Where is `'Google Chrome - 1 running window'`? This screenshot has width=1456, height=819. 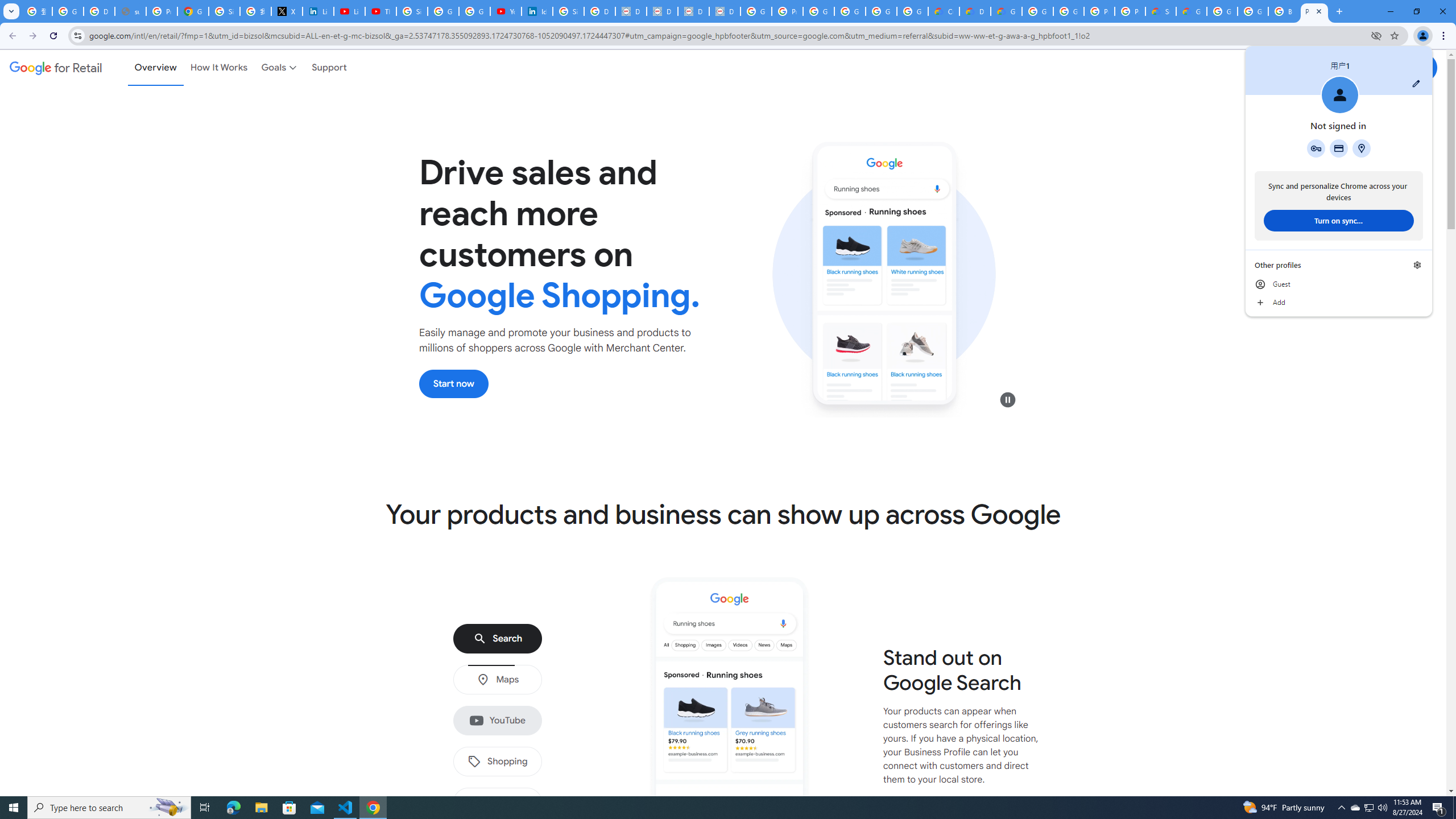 'Google Chrome - 1 running window' is located at coordinates (373, 806).